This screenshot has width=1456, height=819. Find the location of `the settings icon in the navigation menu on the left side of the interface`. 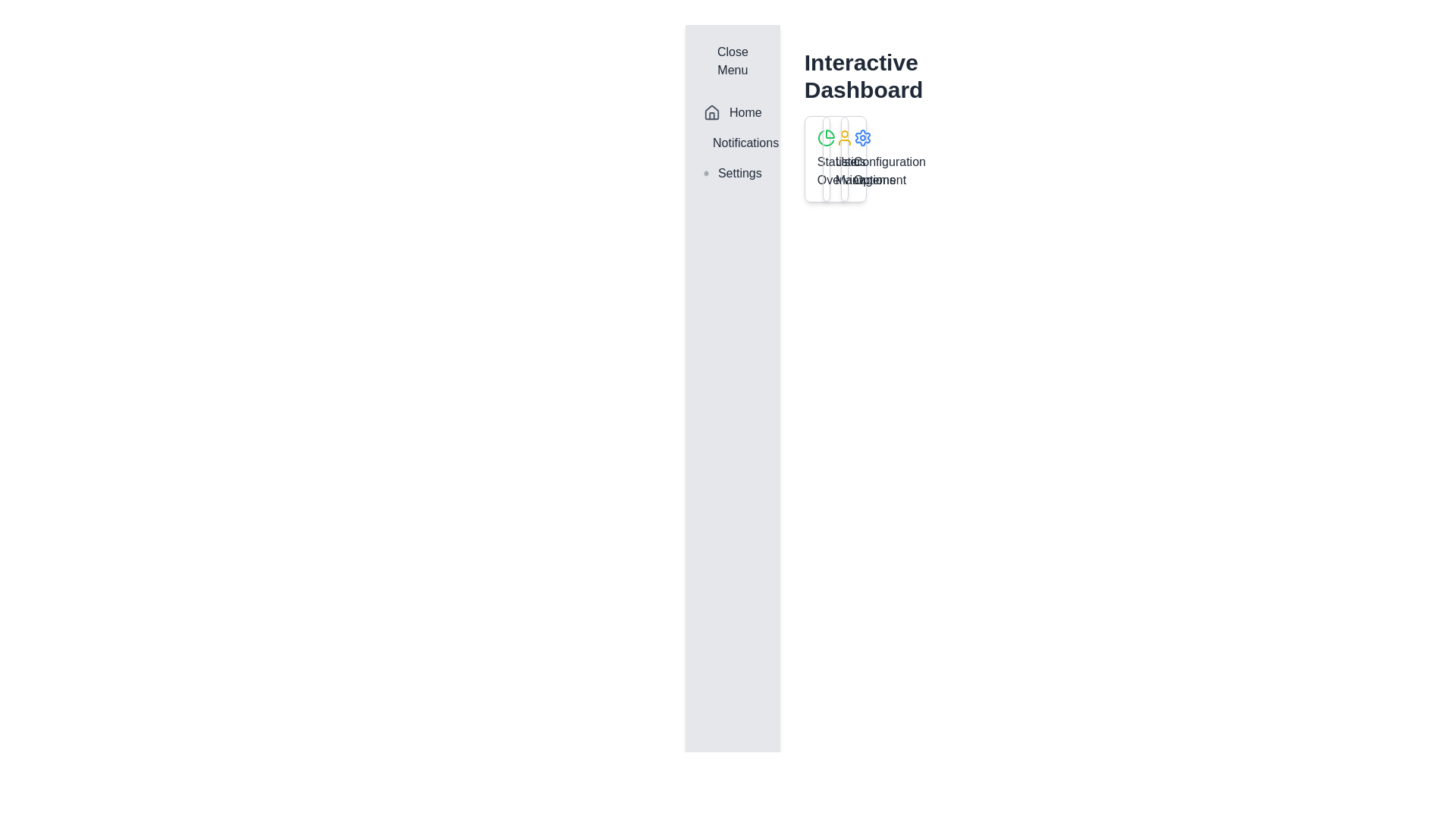

the settings icon in the navigation menu on the left side of the interface is located at coordinates (705, 172).